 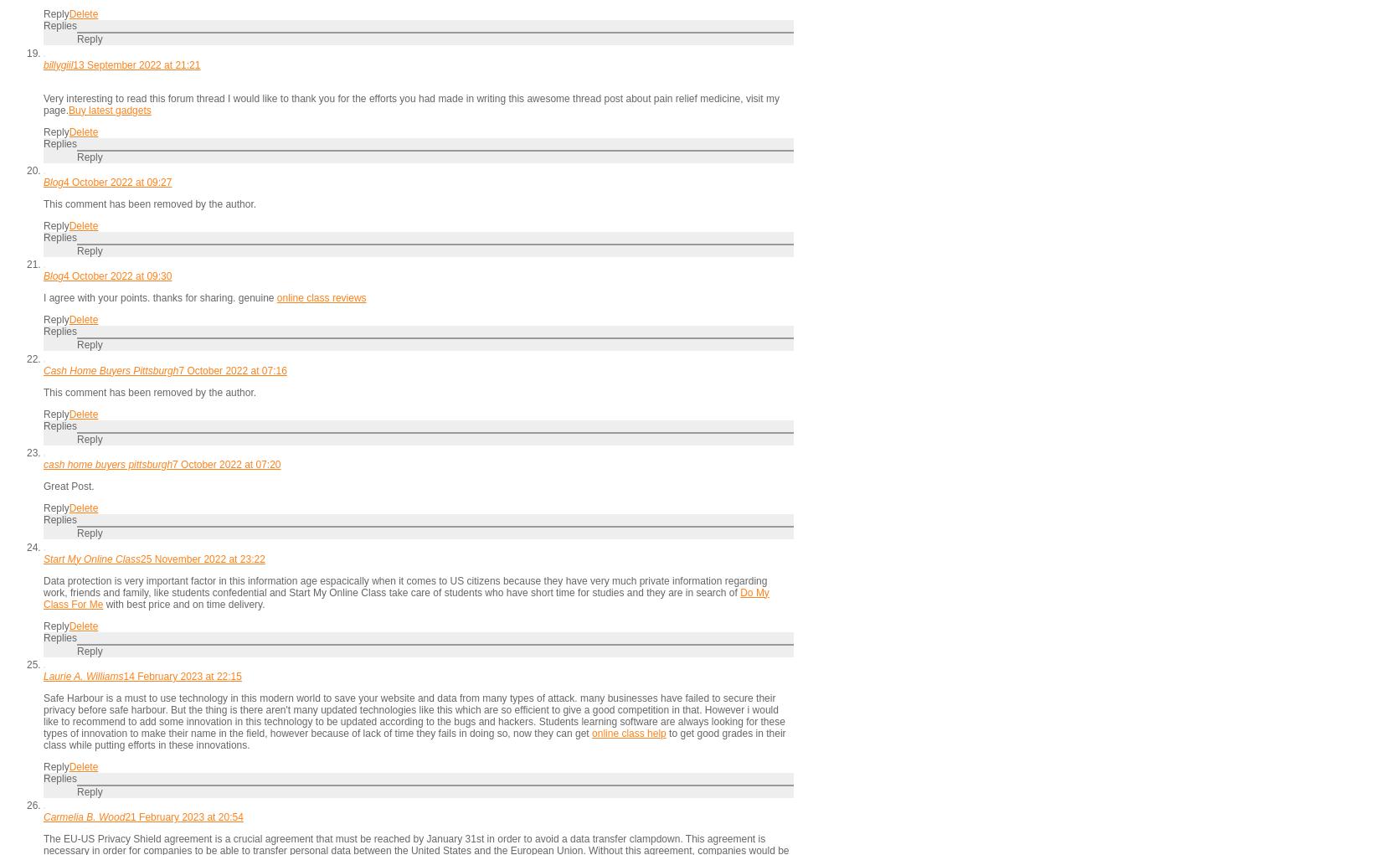 I want to click on 'Cash Home Buyers Pittsburgh', so click(x=110, y=369).